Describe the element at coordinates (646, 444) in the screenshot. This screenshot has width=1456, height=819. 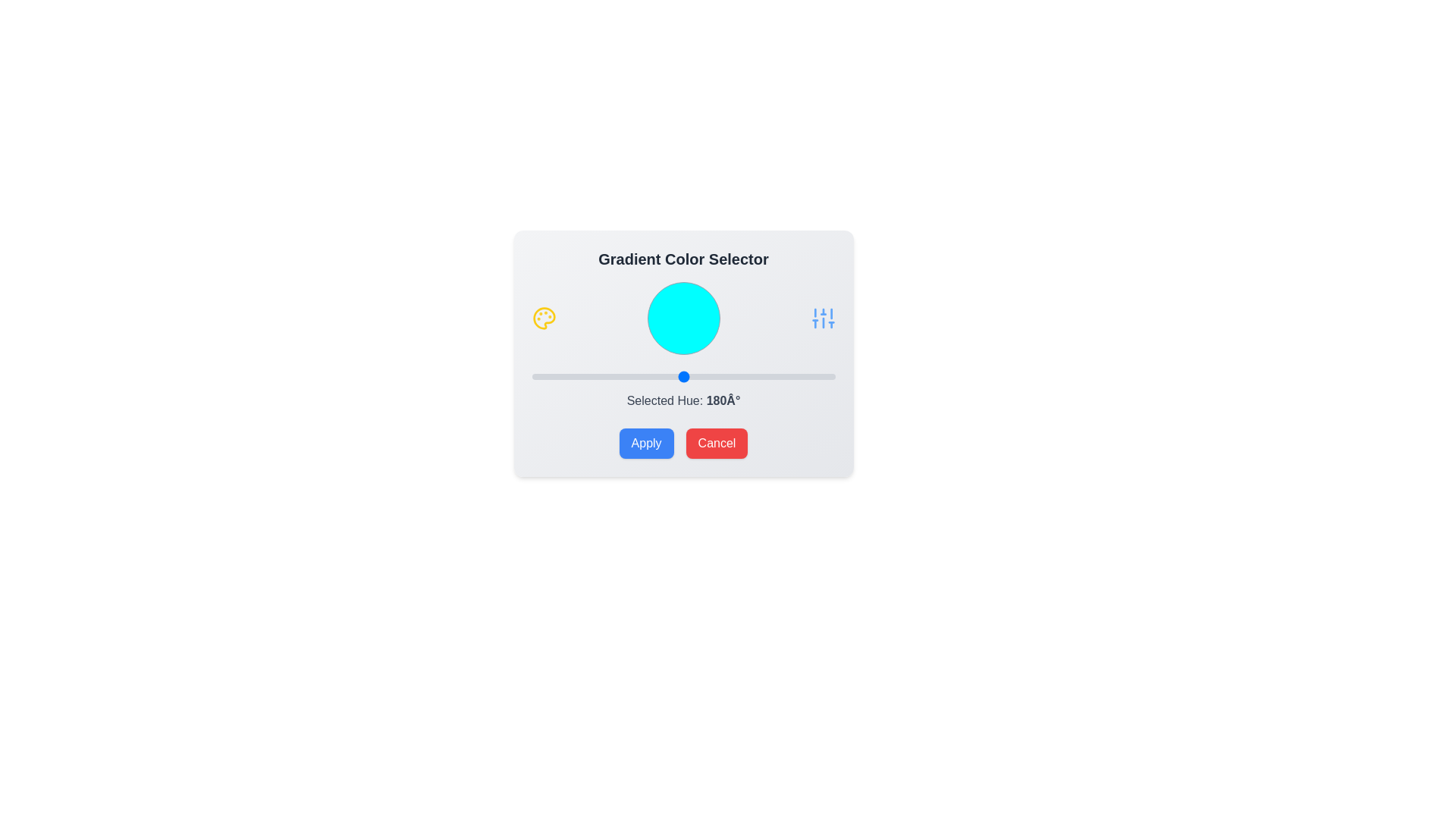
I see `the 'Apply' button to confirm the selected gradient color` at that location.